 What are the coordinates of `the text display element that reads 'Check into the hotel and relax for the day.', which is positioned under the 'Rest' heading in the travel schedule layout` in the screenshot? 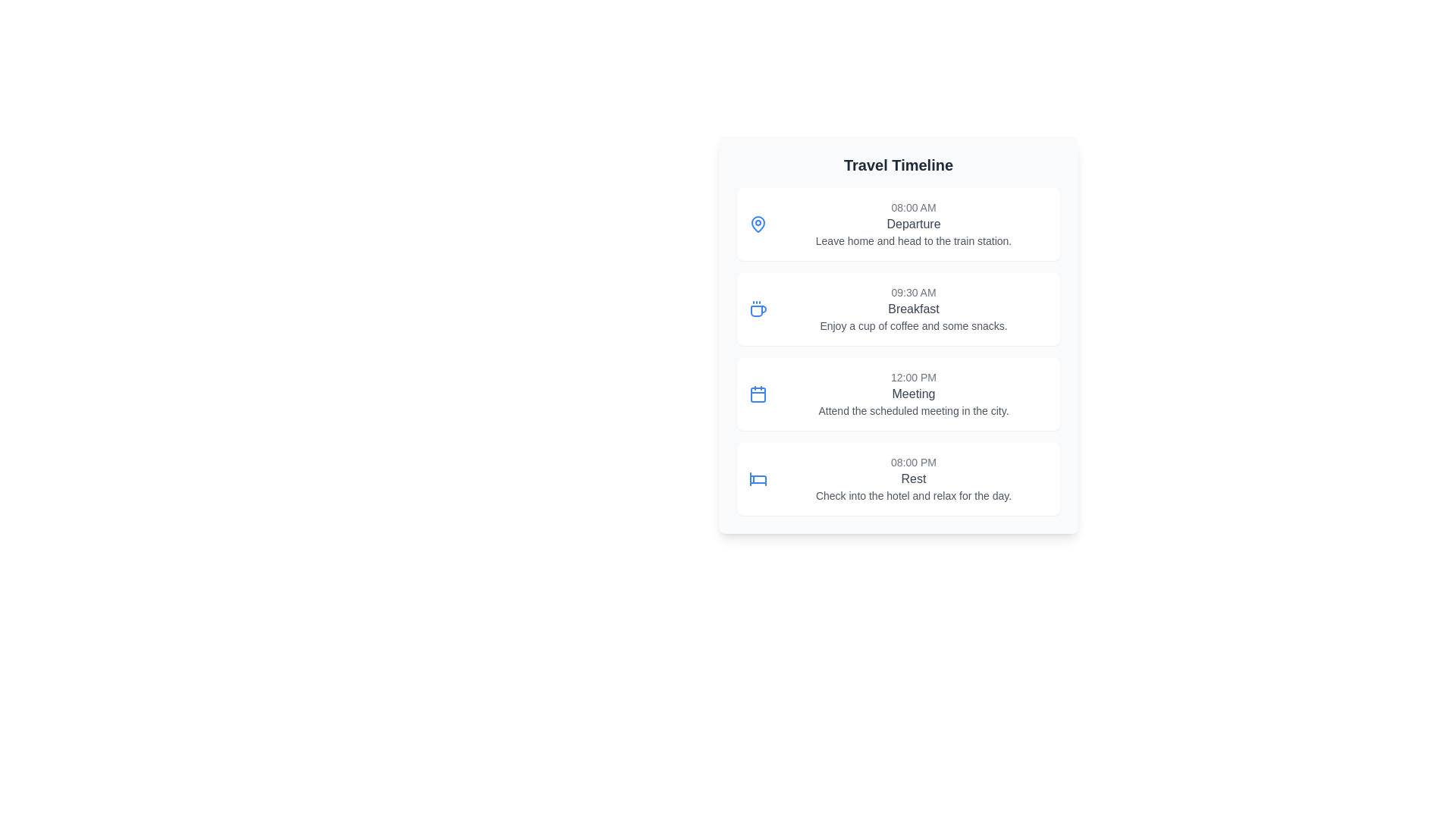 It's located at (912, 496).